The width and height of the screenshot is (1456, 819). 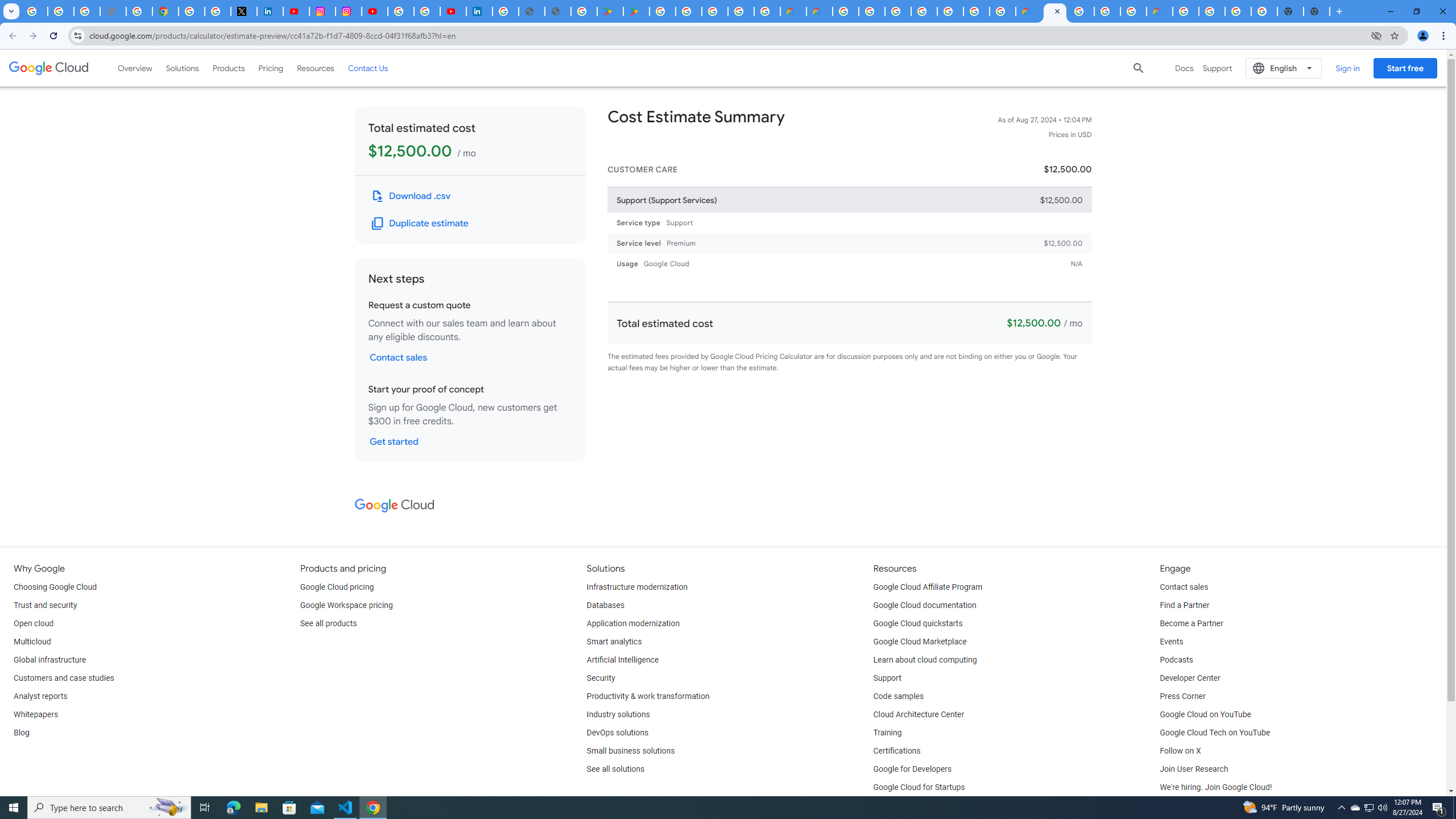 What do you see at coordinates (181, 67) in the screenshot?
I see `'Solutions'` at bounding box center [181, 67].